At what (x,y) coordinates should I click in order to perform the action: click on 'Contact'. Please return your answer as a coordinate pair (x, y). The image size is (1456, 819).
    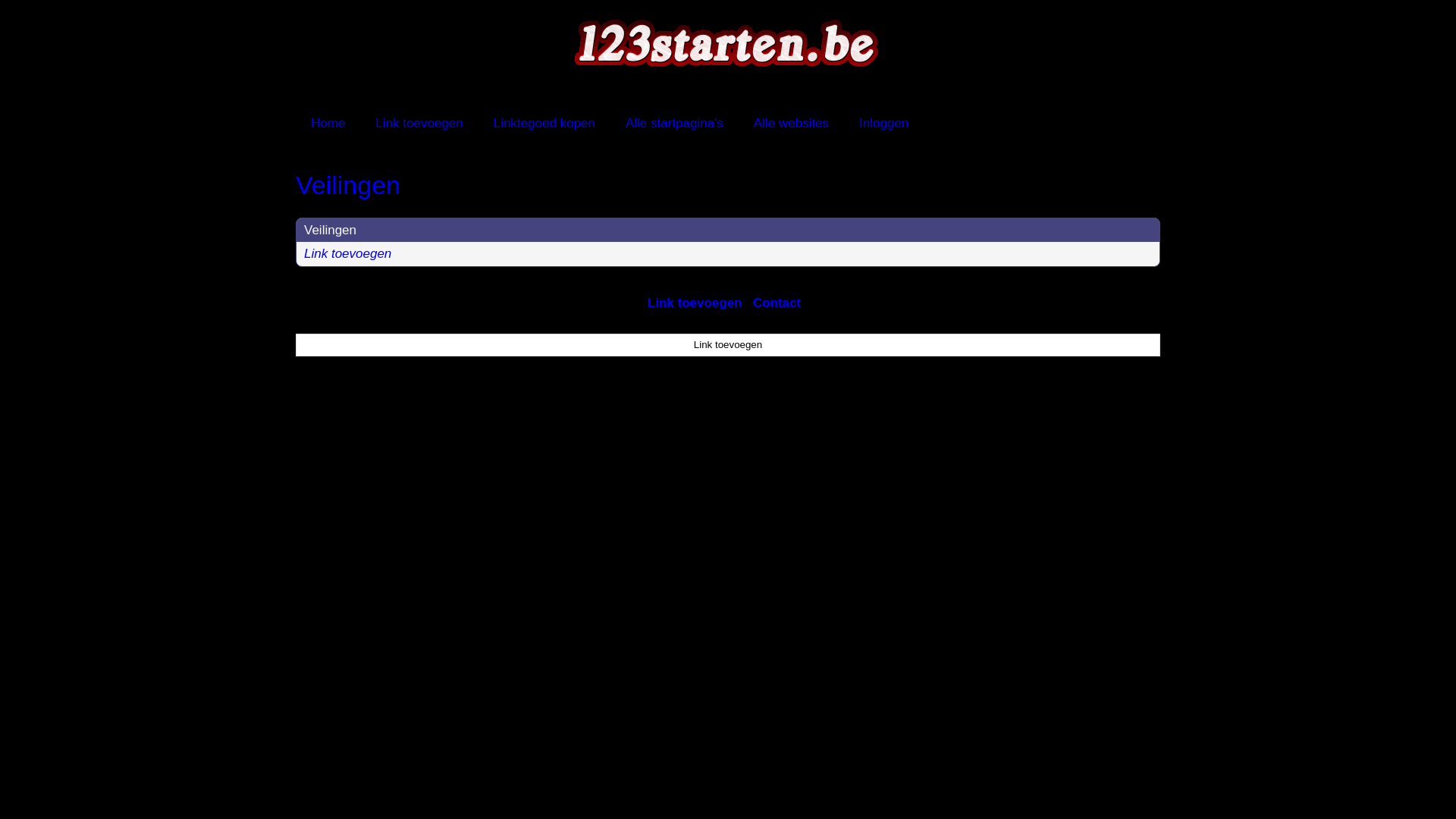
    Looking at the image, I should click on (777, 303).